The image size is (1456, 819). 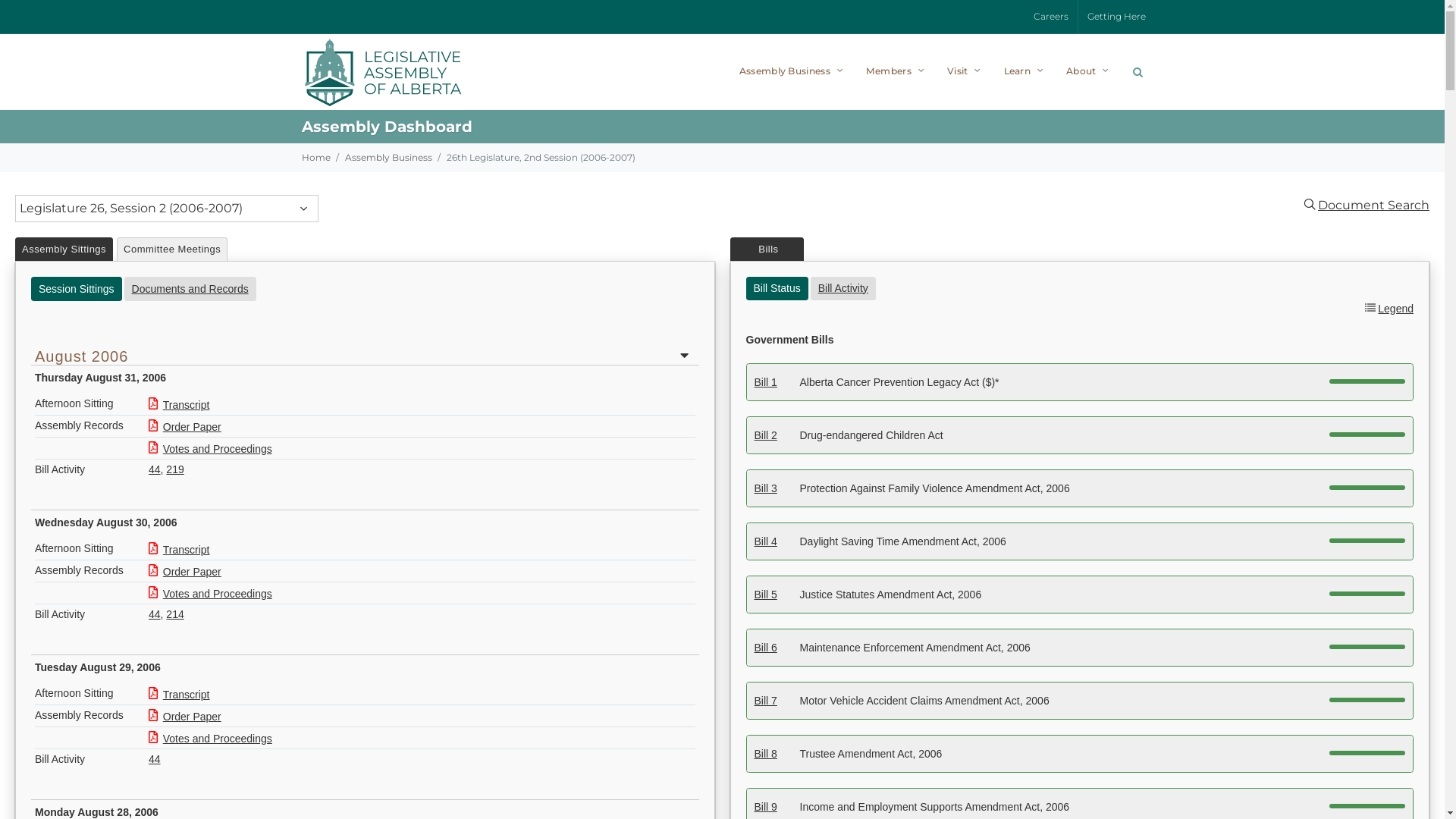 I want to click on 'About', so click(x=1088, y=71).